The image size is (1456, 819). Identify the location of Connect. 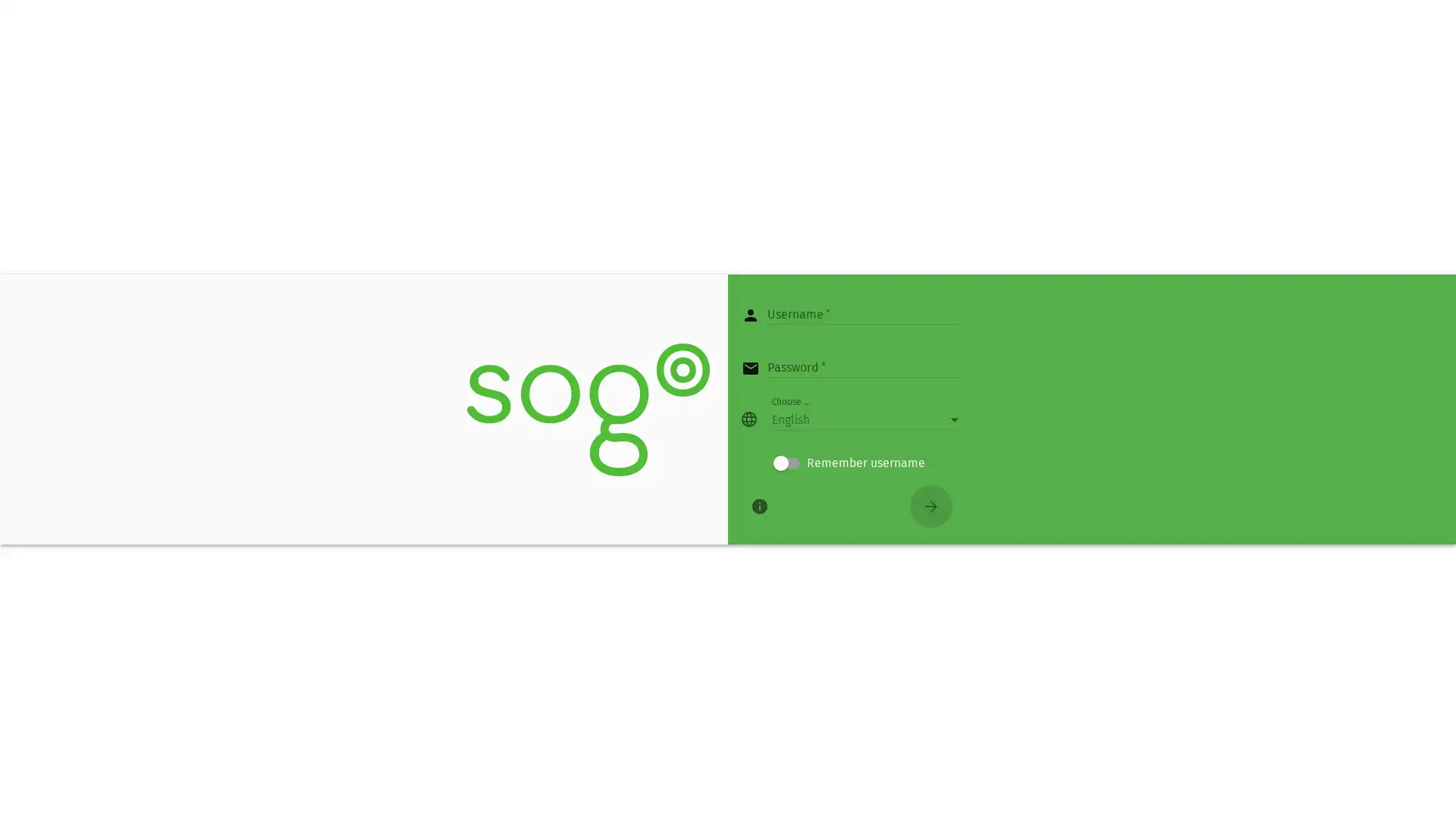
(930, 506).